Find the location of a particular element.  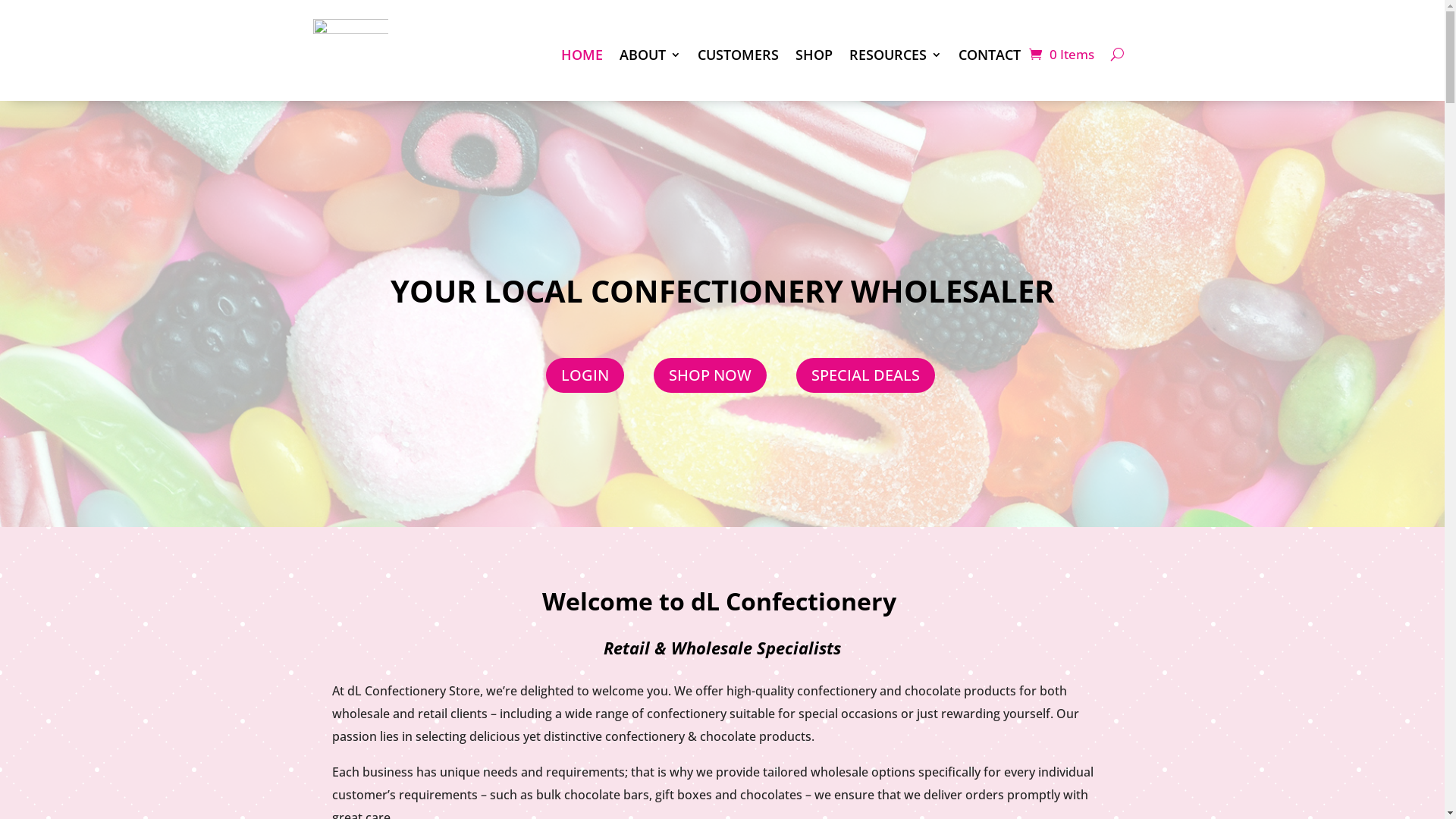

'CONTACT' is located at coordinates (990, 53).